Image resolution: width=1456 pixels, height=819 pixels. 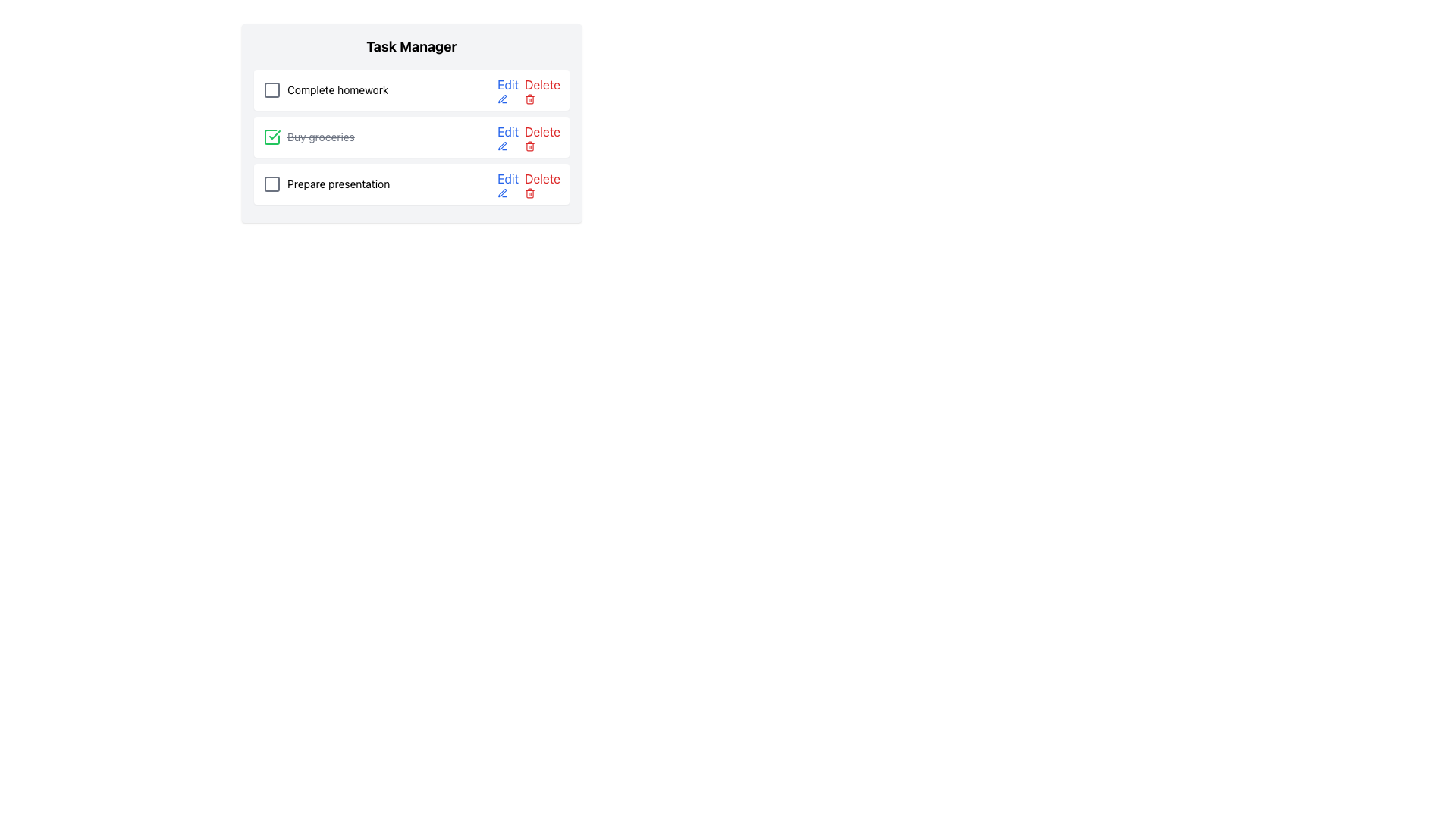 I want to click on the text label displaying 'Buy groceries', so click(x=308, y=137).